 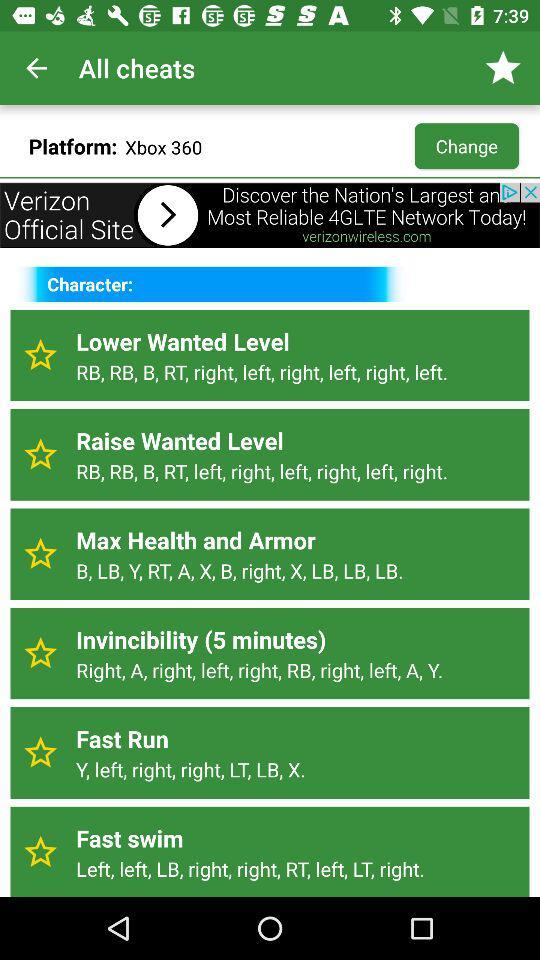 I want to click on favorite, so click(x=40, y=554).